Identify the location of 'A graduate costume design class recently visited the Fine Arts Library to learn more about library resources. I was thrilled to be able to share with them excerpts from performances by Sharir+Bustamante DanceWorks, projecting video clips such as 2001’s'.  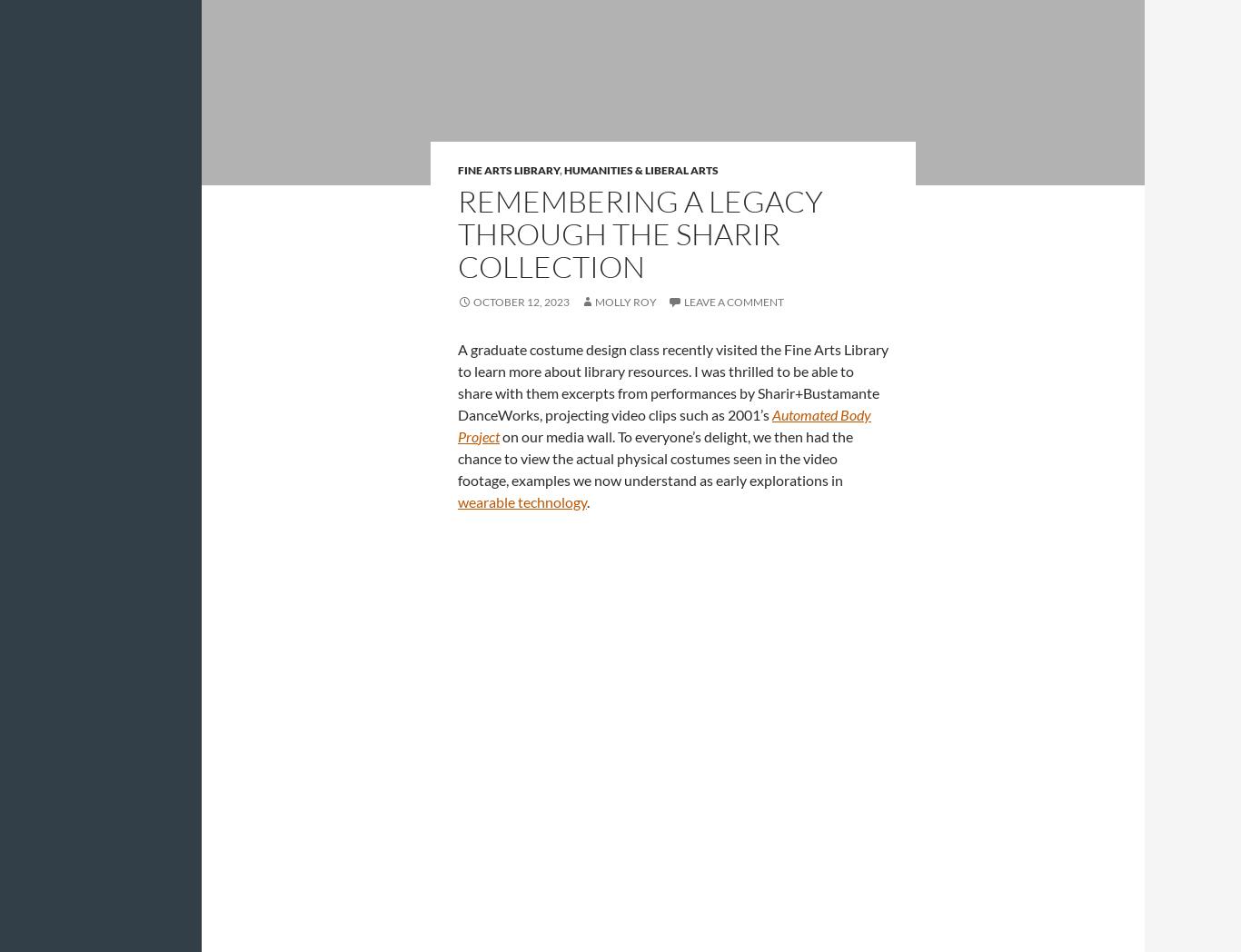
(458, 381).